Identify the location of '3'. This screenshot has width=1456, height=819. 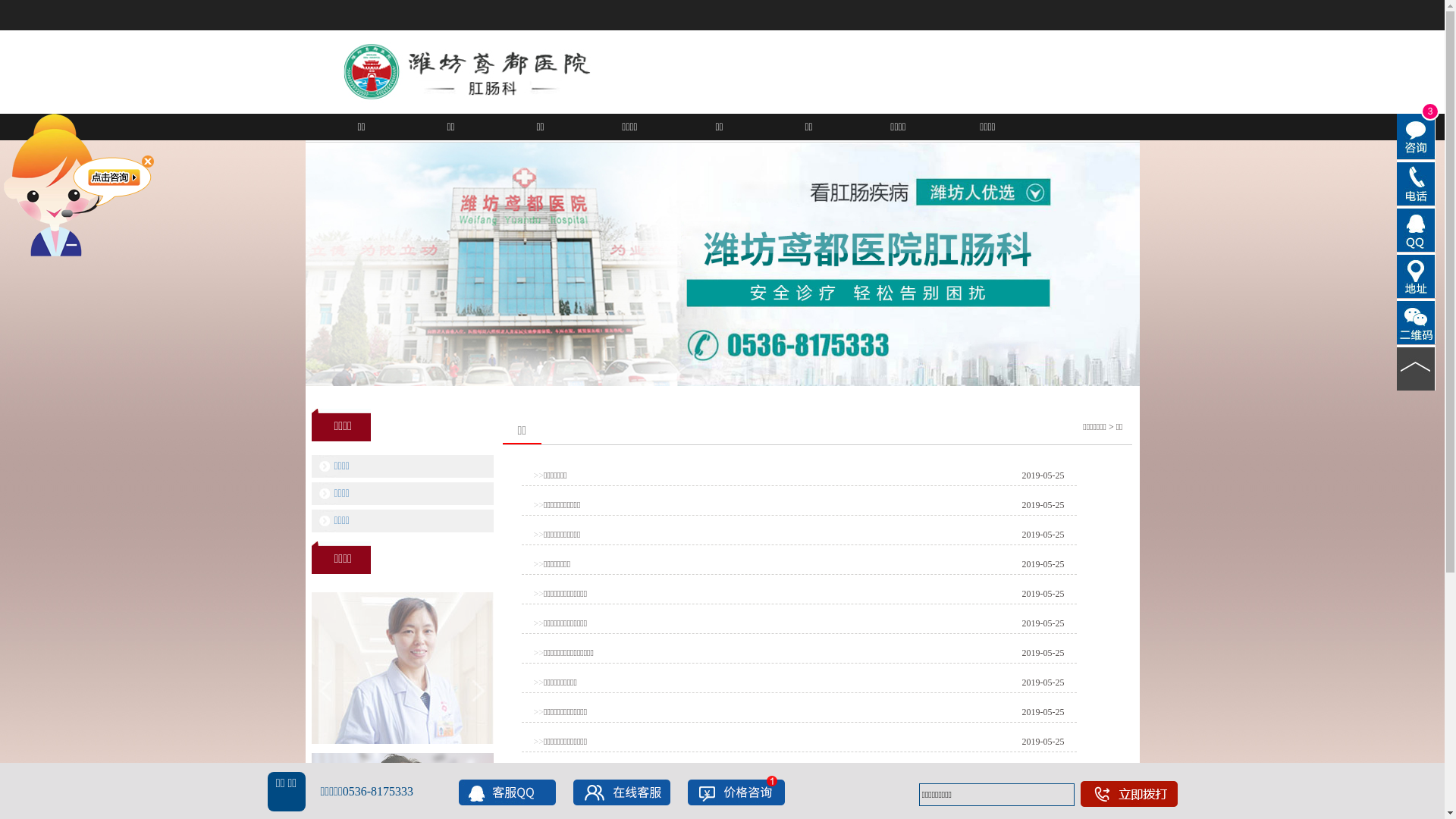
(1396, 136).